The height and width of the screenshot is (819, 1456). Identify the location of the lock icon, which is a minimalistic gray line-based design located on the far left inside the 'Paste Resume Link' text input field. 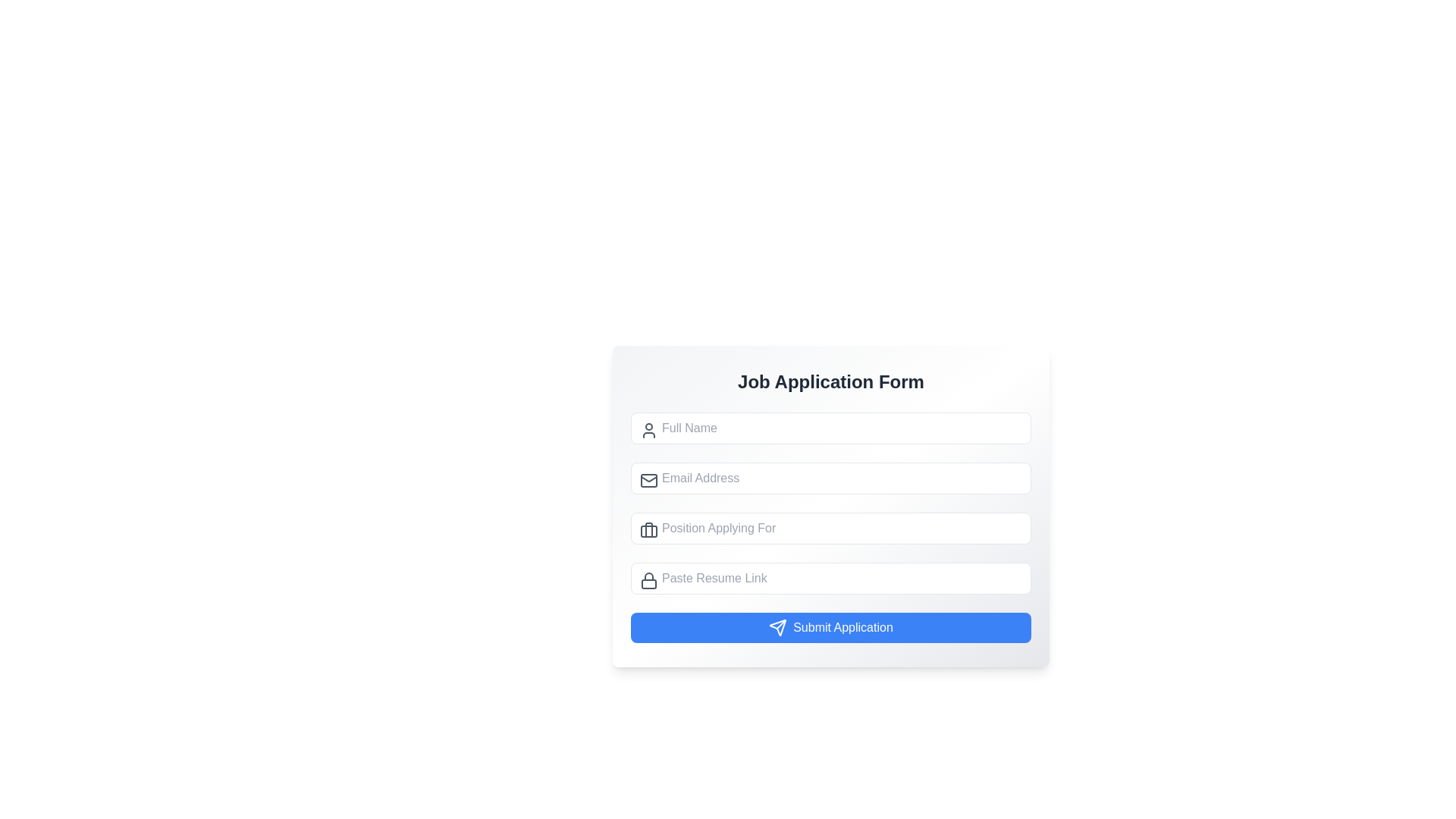
(648, 580).